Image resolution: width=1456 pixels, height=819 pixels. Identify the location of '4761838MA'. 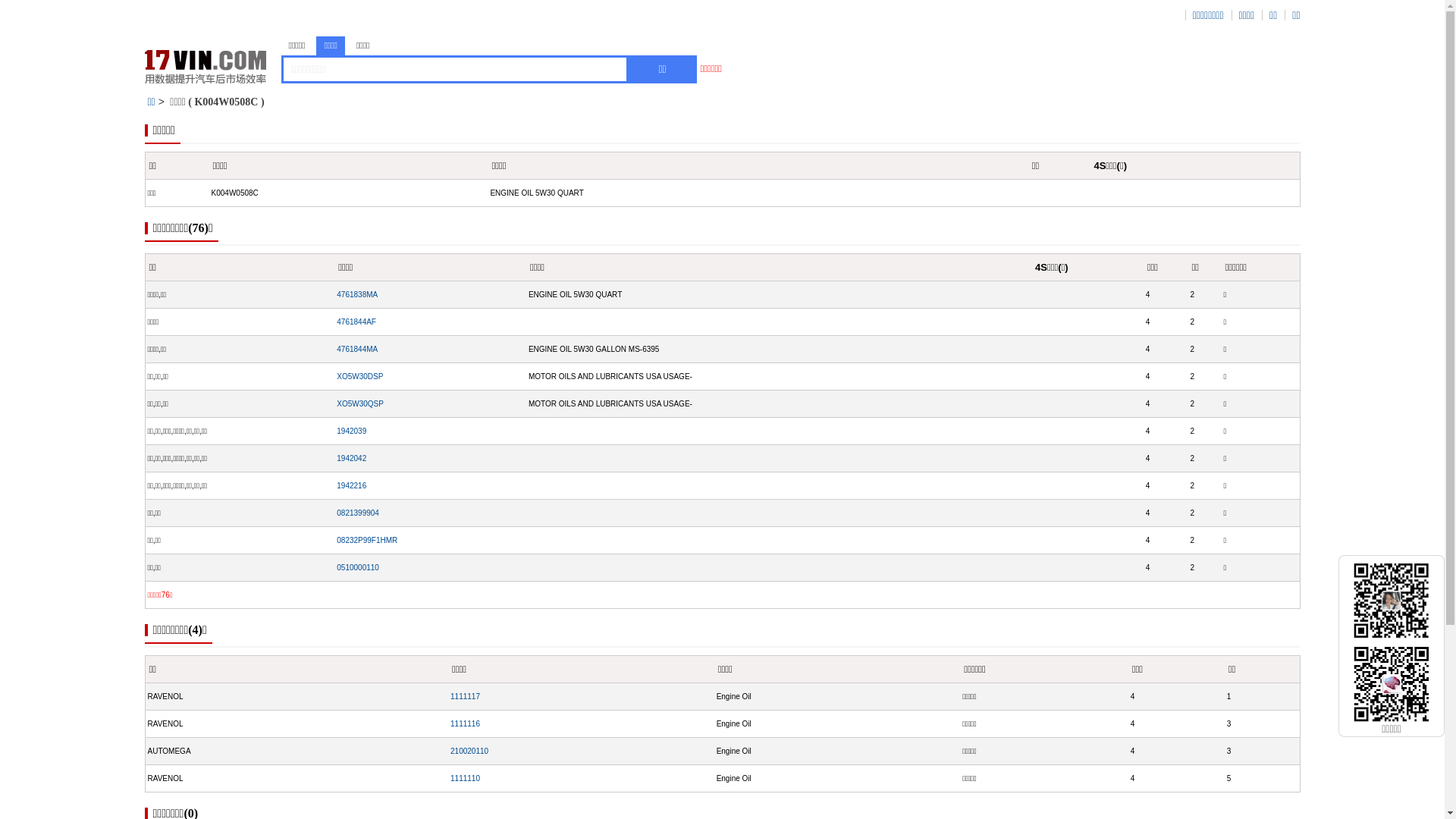
(356, 294).